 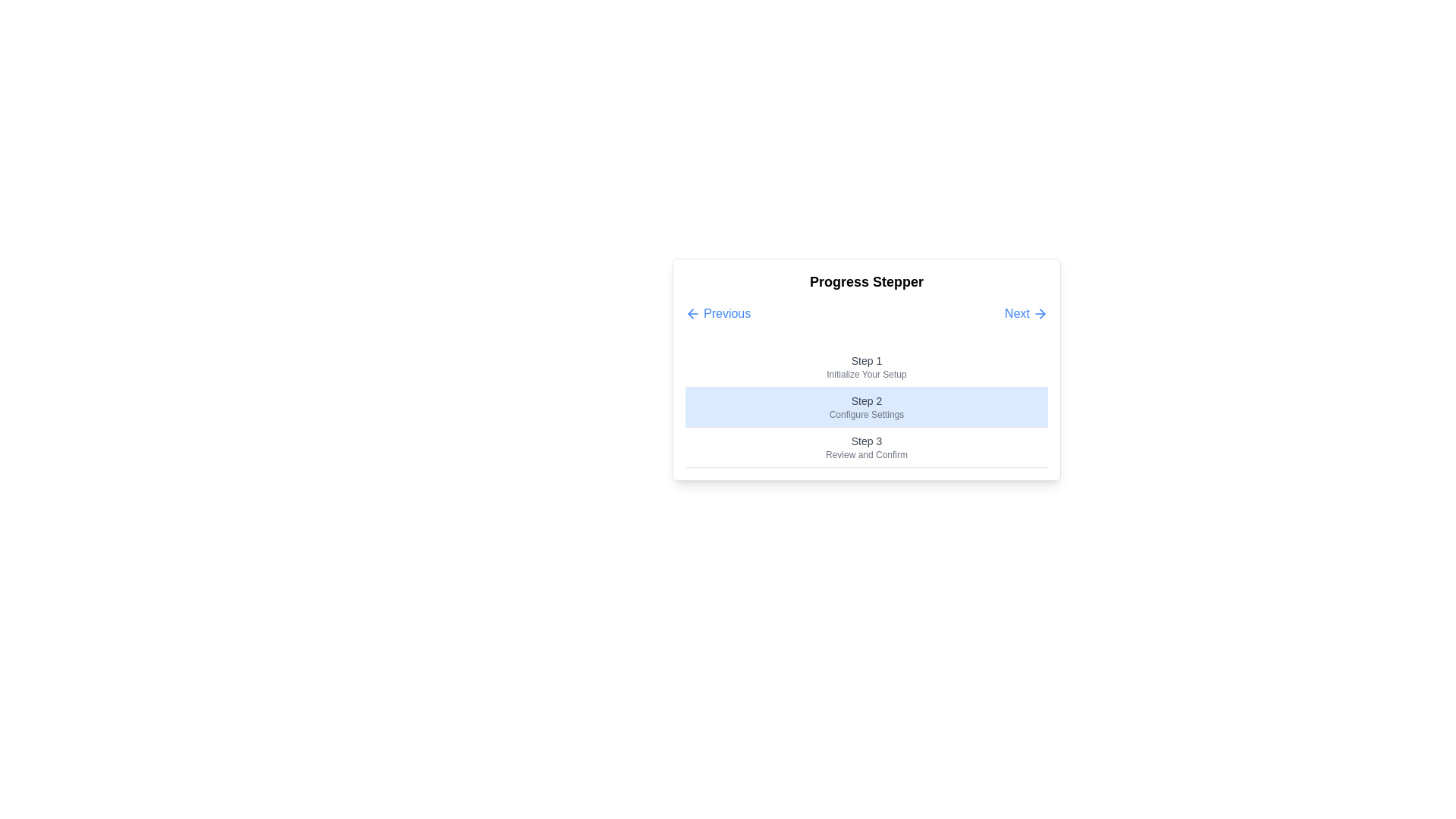 I want to click on the directional icon indicating 'Previous' in the navigation control area, so click(x=692, y=312).